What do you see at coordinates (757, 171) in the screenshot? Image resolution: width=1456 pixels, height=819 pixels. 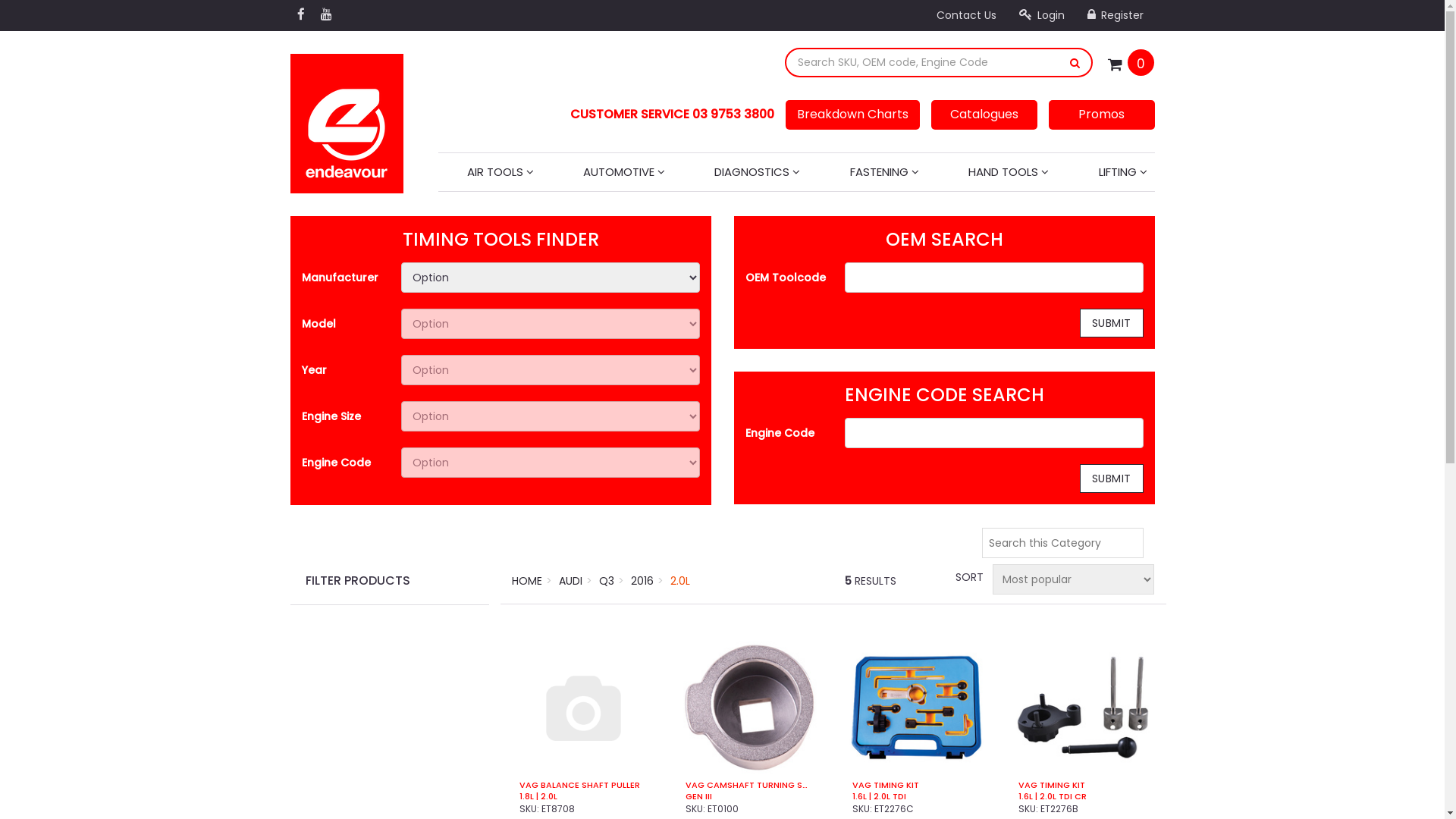 I see `'DIAGNOSTICS'` at bounding box center [757, 171].